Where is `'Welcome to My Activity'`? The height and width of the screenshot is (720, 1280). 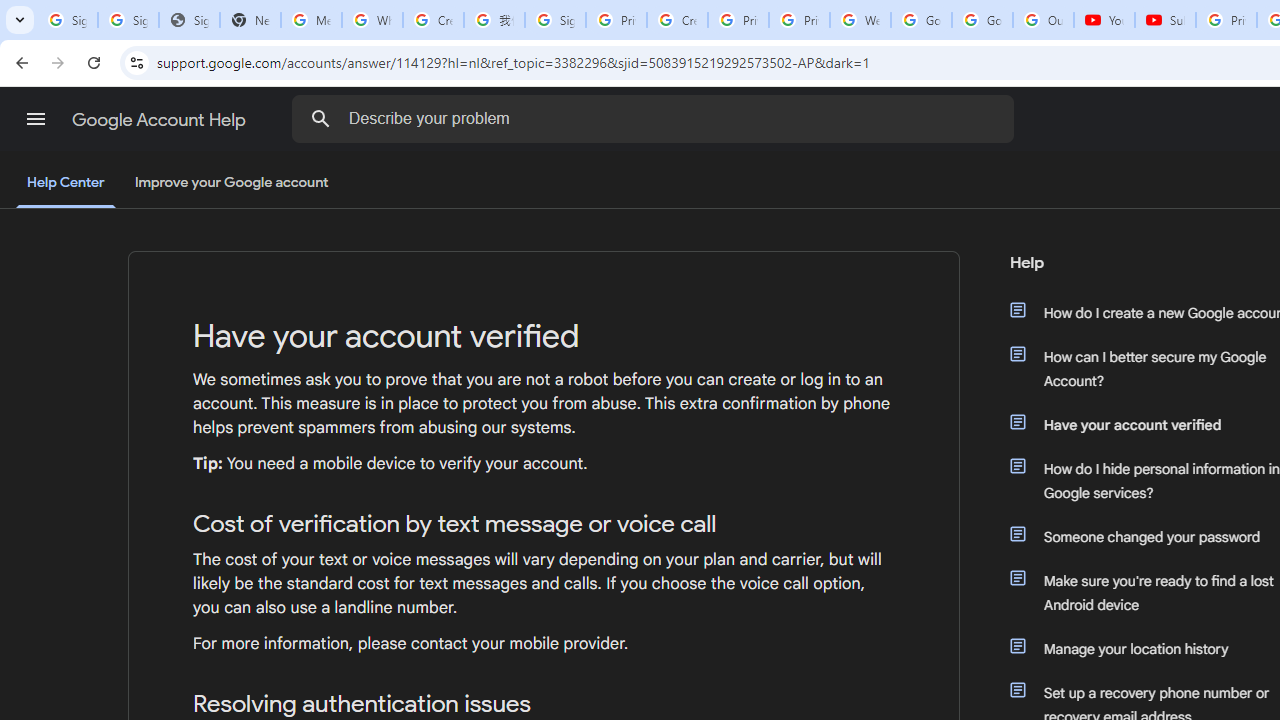 'Welcome to My Activity' is located at coordinates (860, 20).